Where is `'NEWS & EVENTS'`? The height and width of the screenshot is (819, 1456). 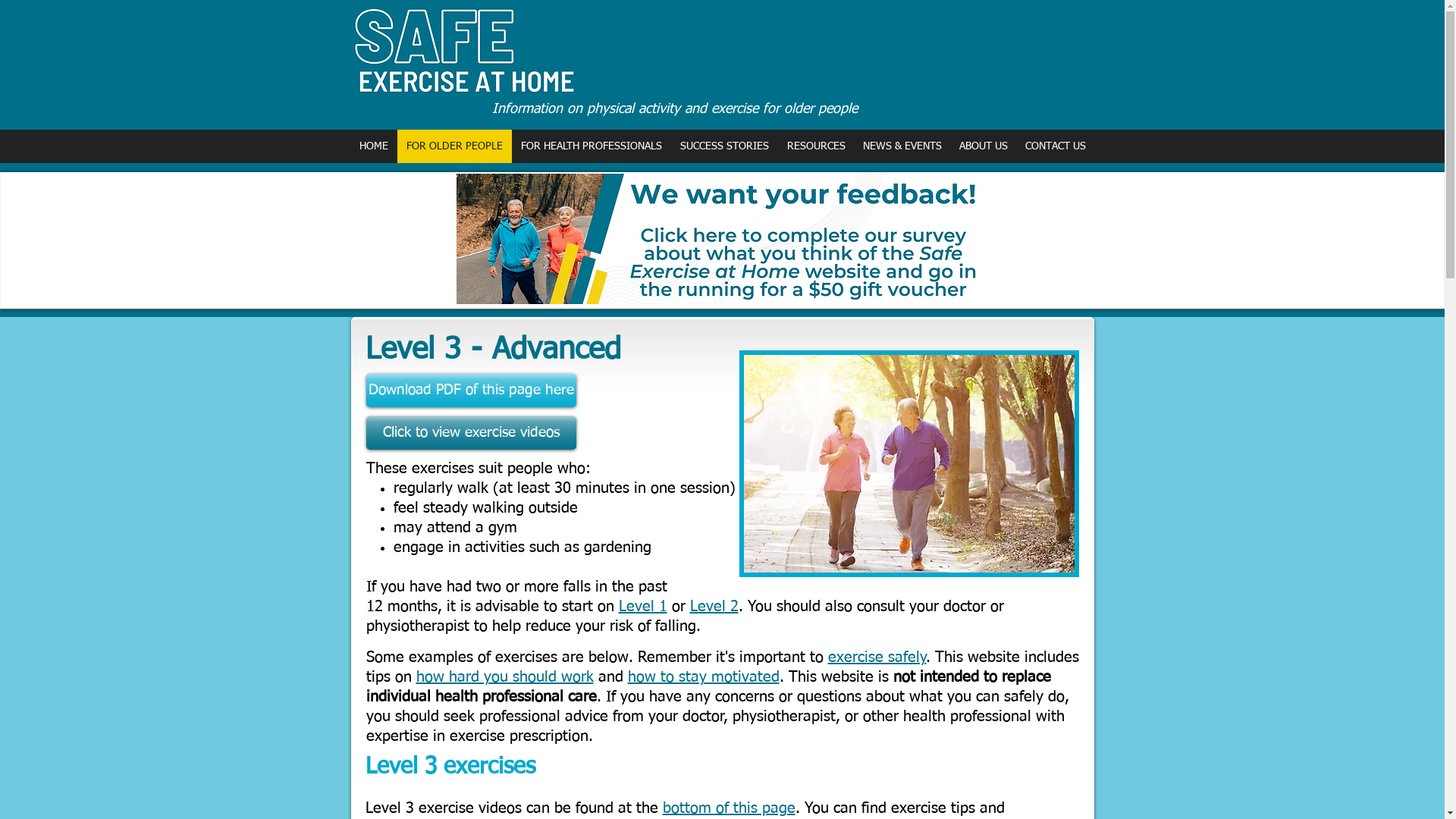 'NEWS & EVENTS' is located at coordinates (902, 146).